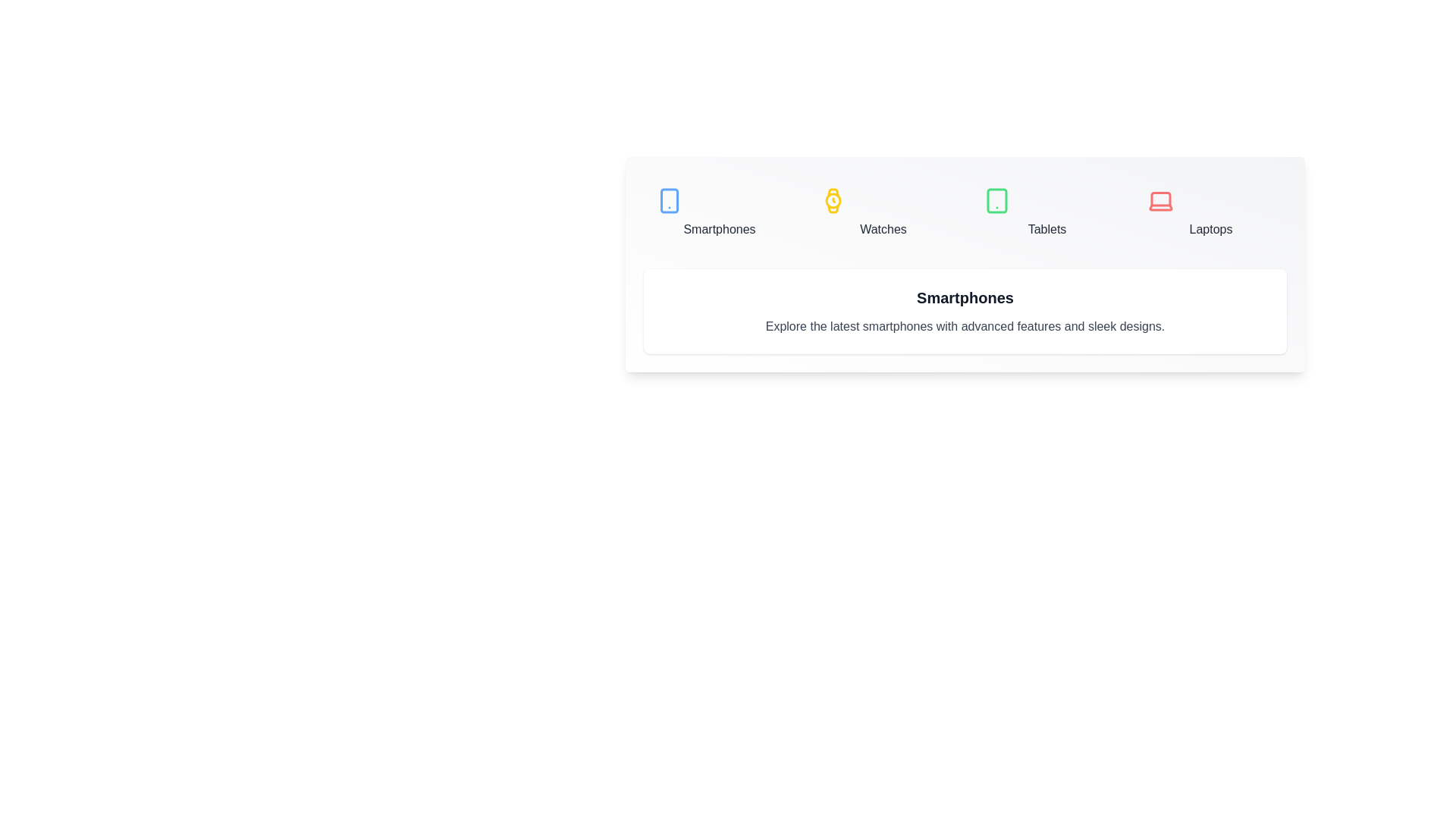  I want to click on the Laptops tab to view its details, so click(1210, 213).